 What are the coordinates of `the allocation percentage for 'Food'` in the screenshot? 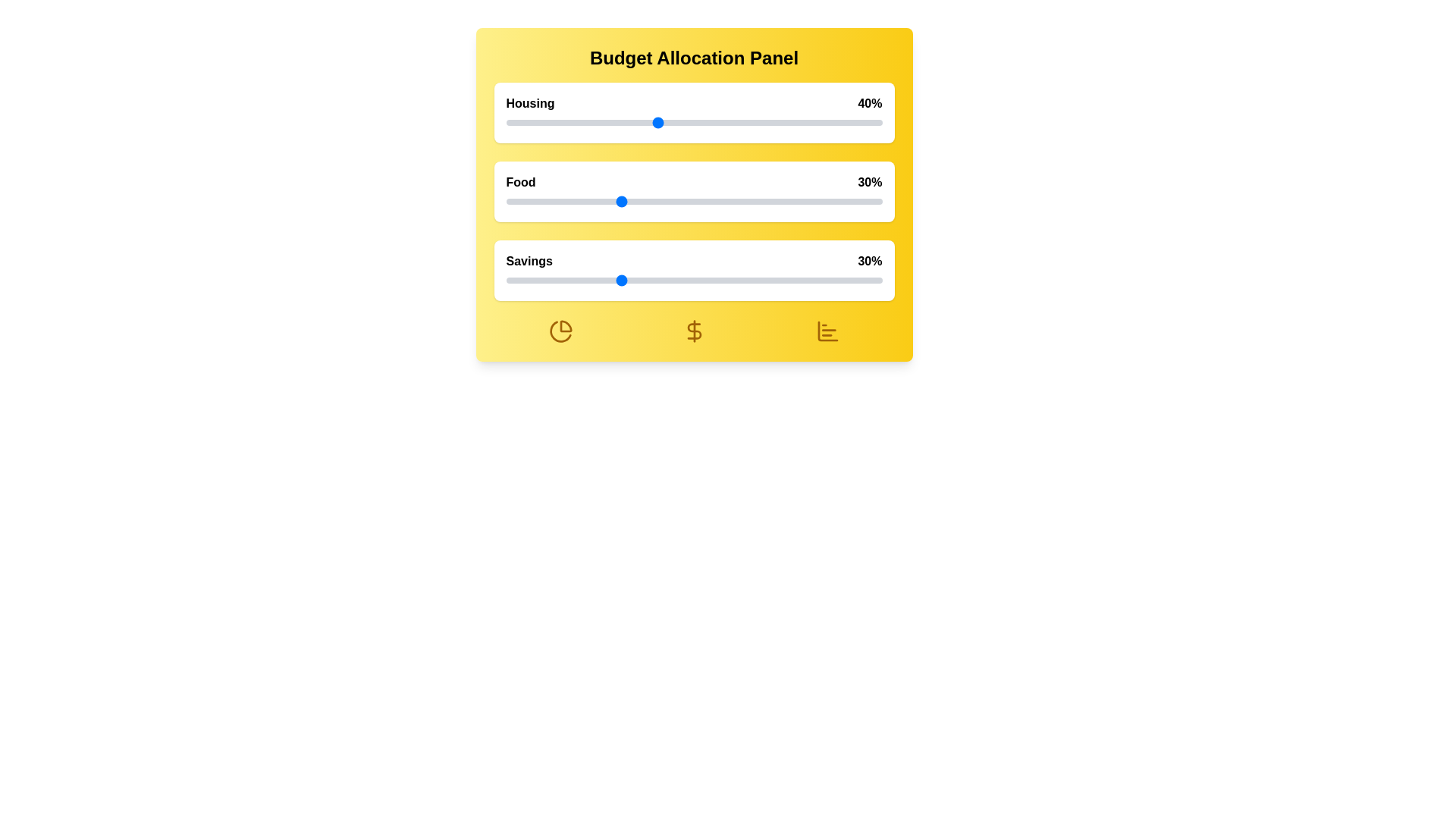 It's located at (674, 201).